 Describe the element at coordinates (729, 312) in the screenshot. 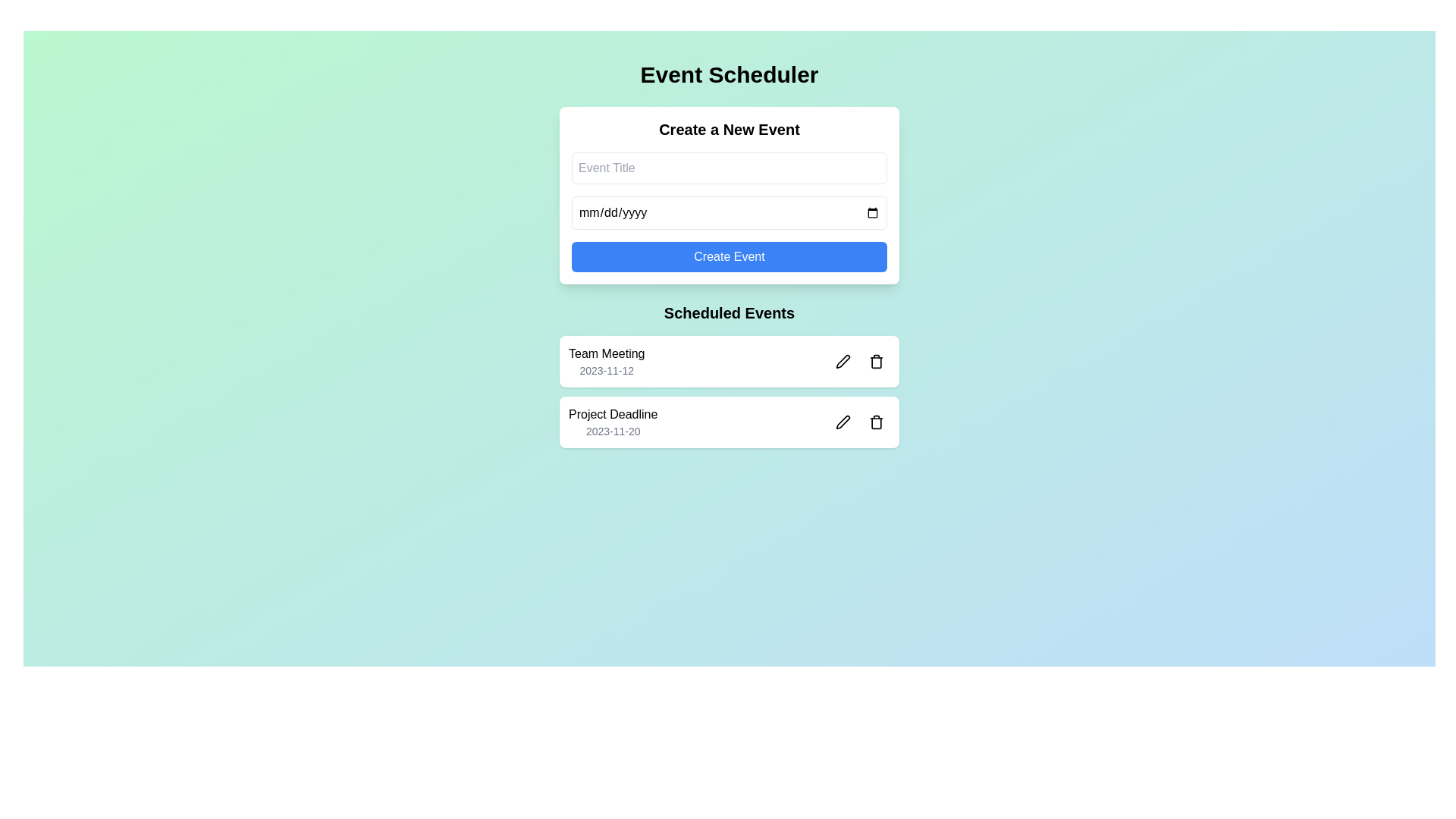

I see `the Text Label that serves as a section title for the upcoming scheduled events, located below the 'Create a New Event' section` at that location.